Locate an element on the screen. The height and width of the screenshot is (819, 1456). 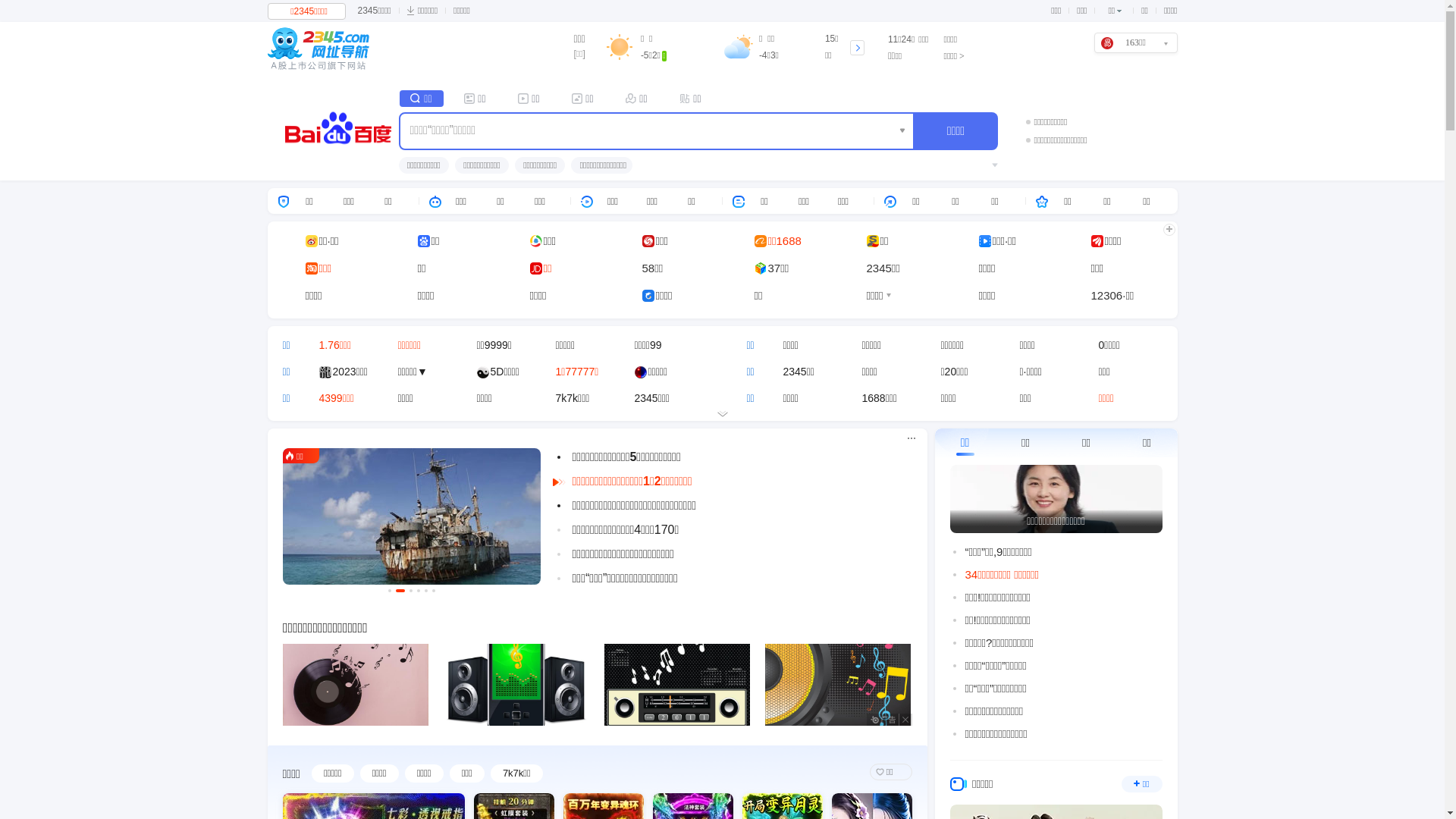
'12306' is located at coordinates (1106, 295).